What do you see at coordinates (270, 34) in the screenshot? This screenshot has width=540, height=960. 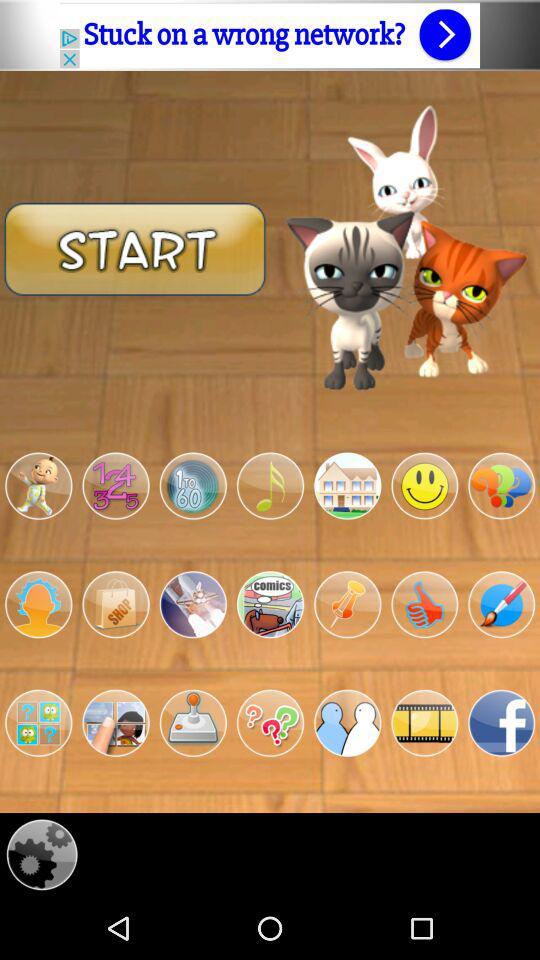 I see `open advertisement` at bounding box center [270, 34].